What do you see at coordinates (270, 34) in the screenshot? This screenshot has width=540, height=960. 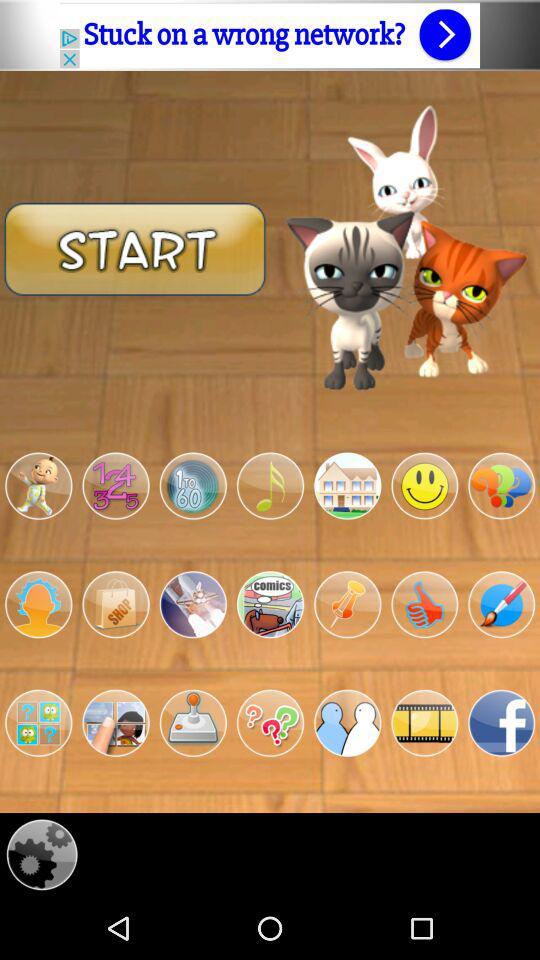 I see `open advertisement` at bounding box center [270, 34].